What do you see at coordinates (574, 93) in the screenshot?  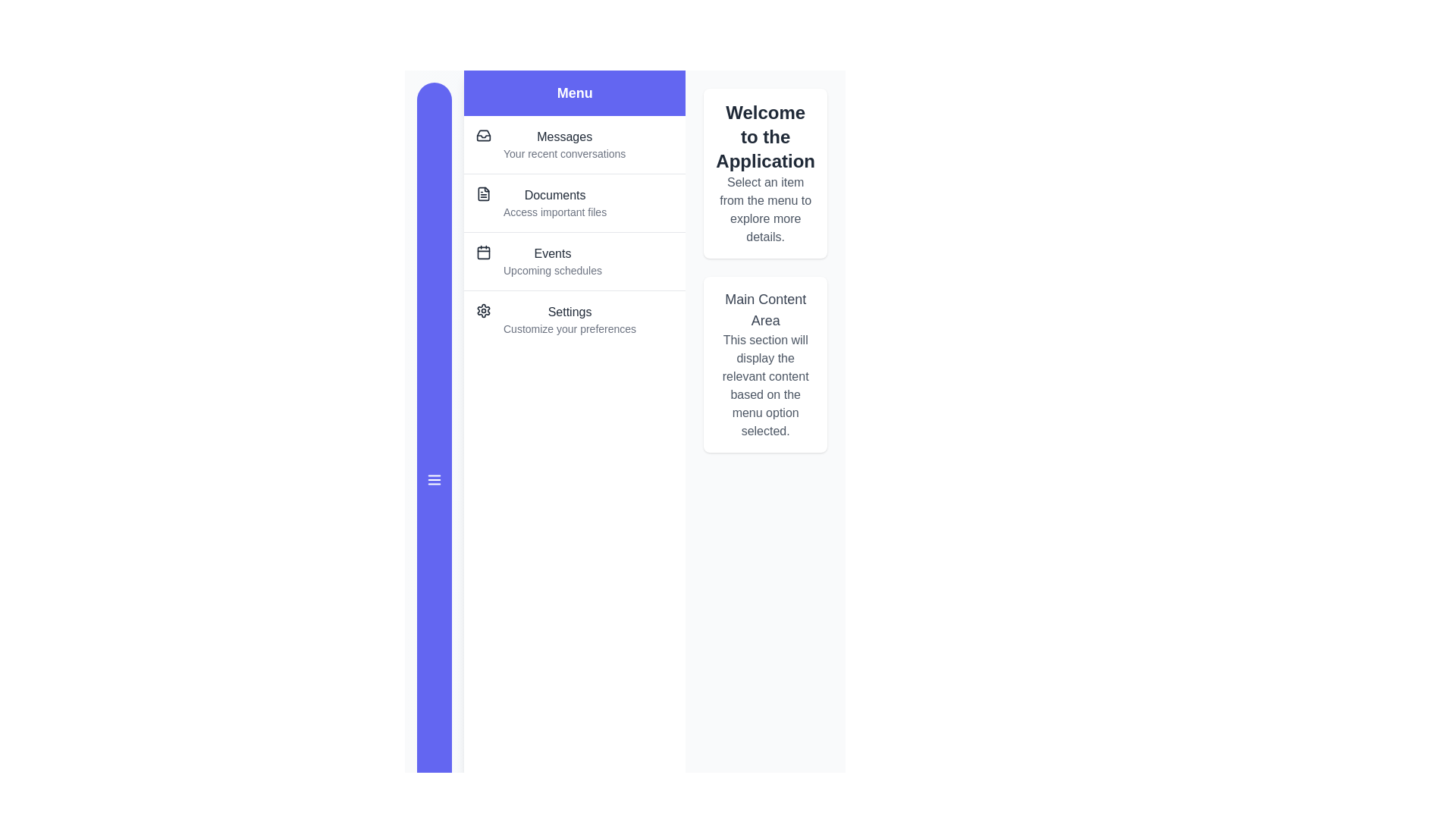 I see `the header of the drawer menu` at bounding box center [574, 93].